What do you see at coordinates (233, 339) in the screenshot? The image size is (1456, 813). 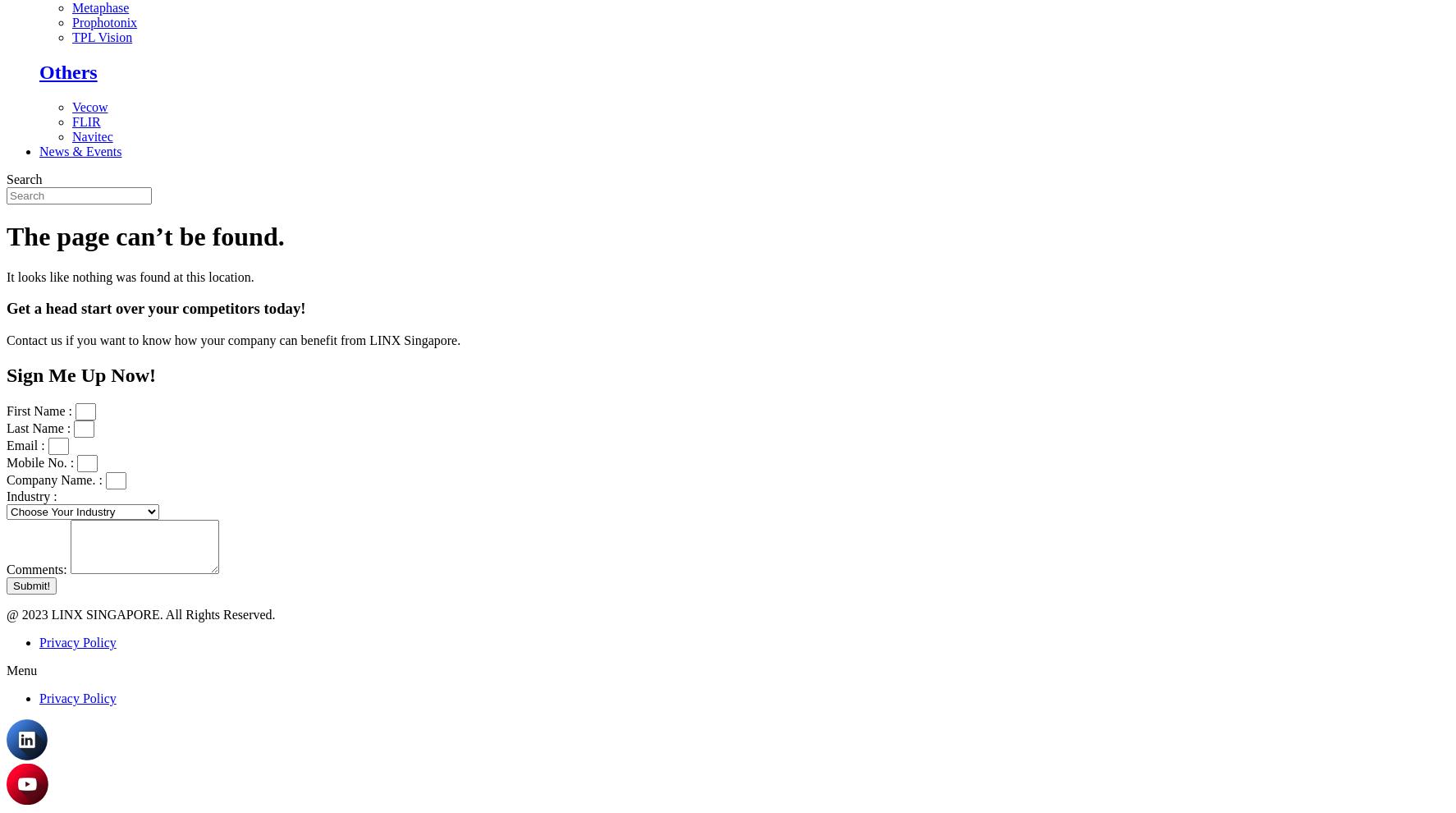 I see `'Contact us if you want to know how your company can benefit from LINX Singapore.'` at bounding box center [233, 339].